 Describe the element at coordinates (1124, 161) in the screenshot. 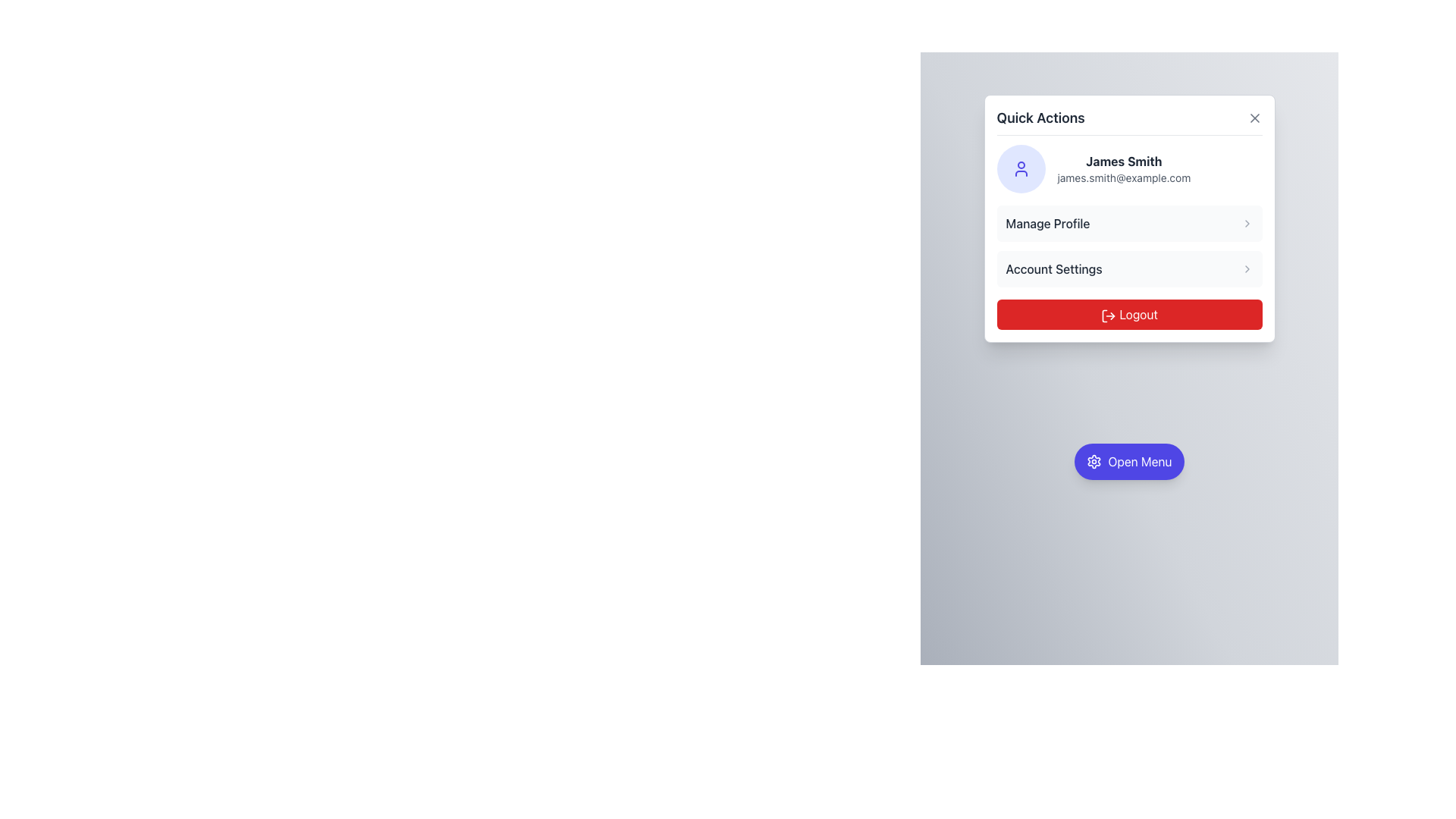

I see `the text label displaying 'James Smith' in bold, dark gray color, located prominently in the upper section of the card under 'Quick Actions'` at that location.